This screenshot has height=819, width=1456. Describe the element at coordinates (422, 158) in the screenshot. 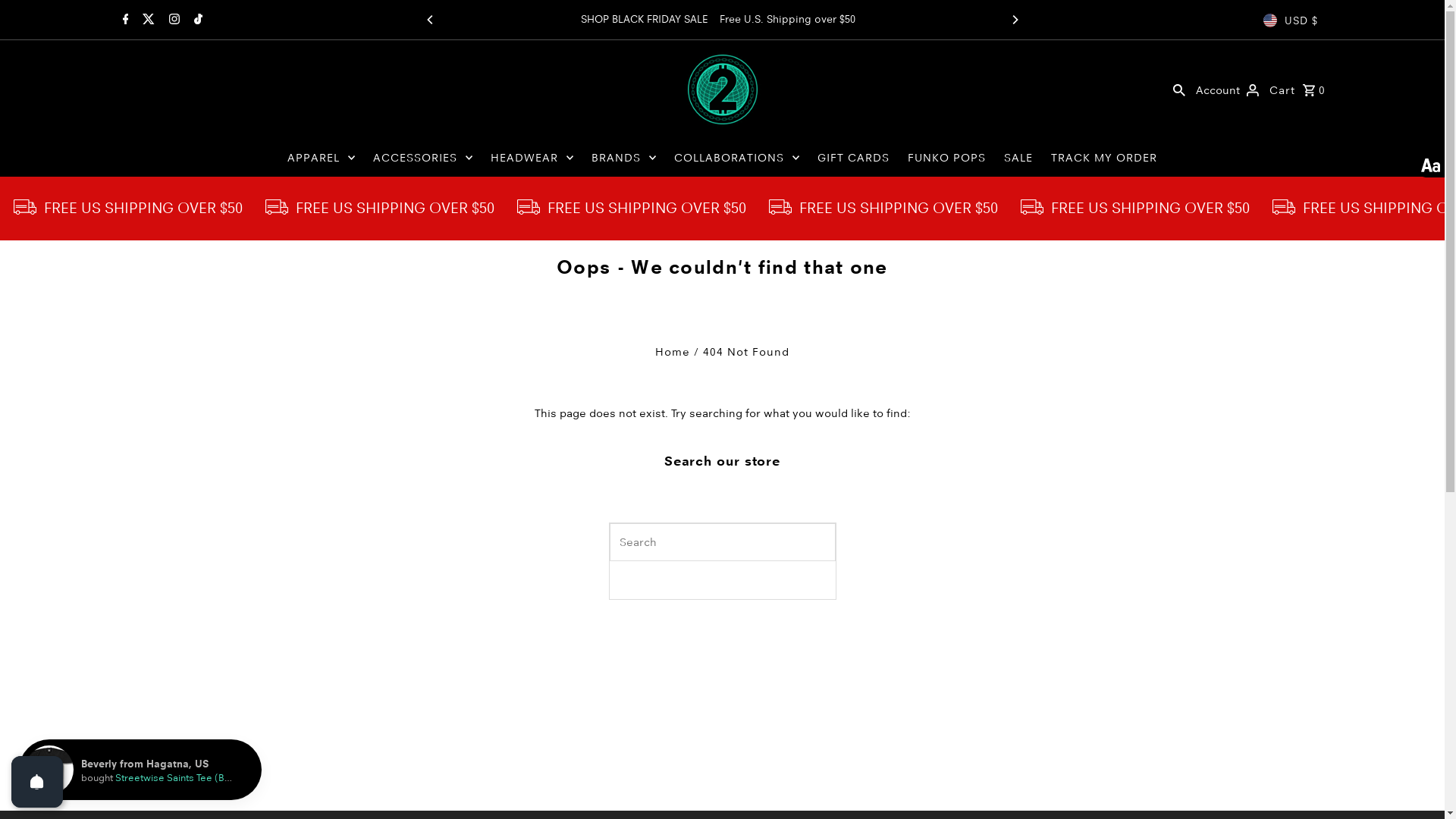

I see `'ACCESSORIES'` at that location.